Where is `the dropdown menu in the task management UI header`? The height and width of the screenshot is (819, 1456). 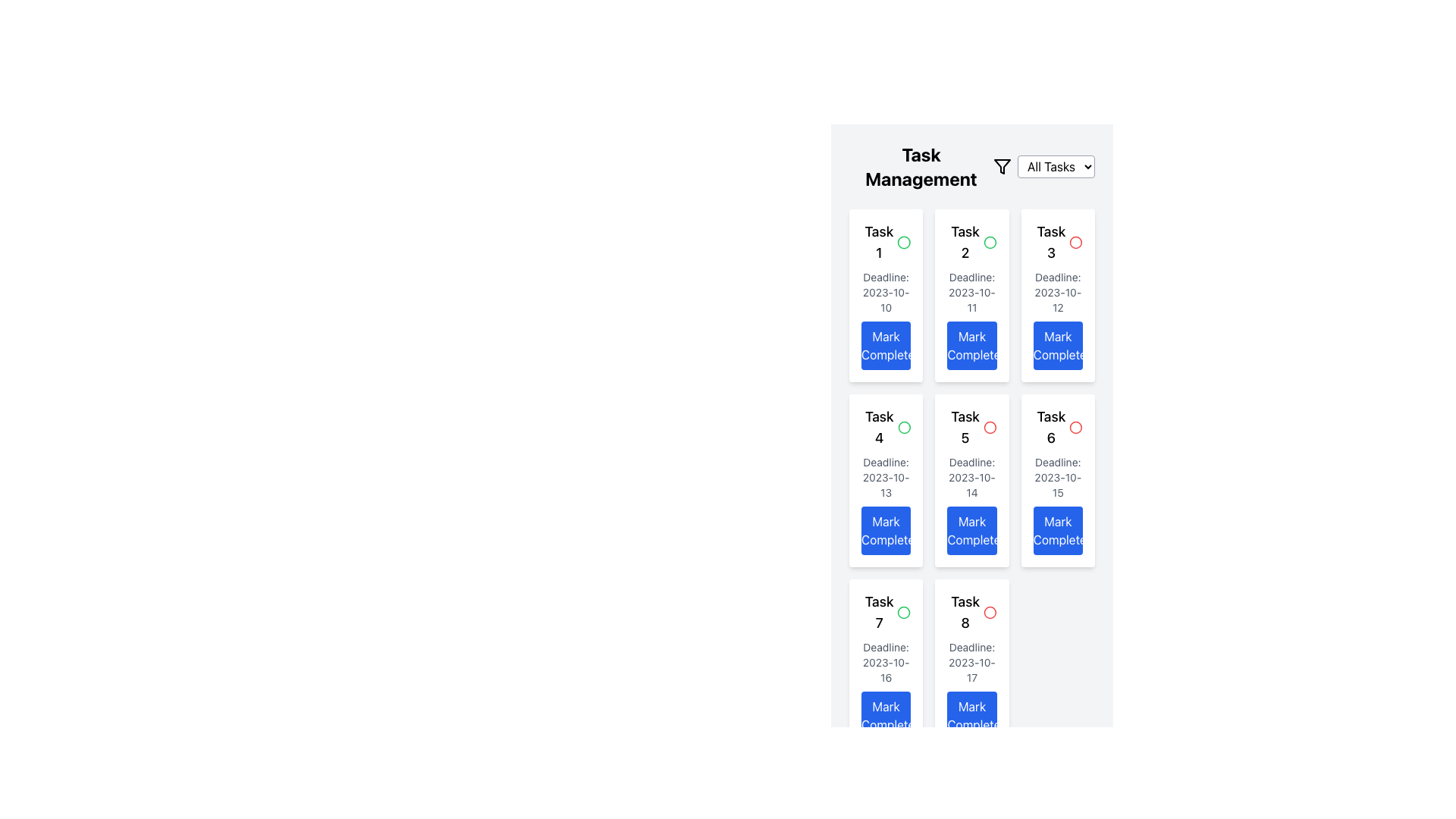 the dropdown menu in the task management UI header is located at coordinates (971, 166).